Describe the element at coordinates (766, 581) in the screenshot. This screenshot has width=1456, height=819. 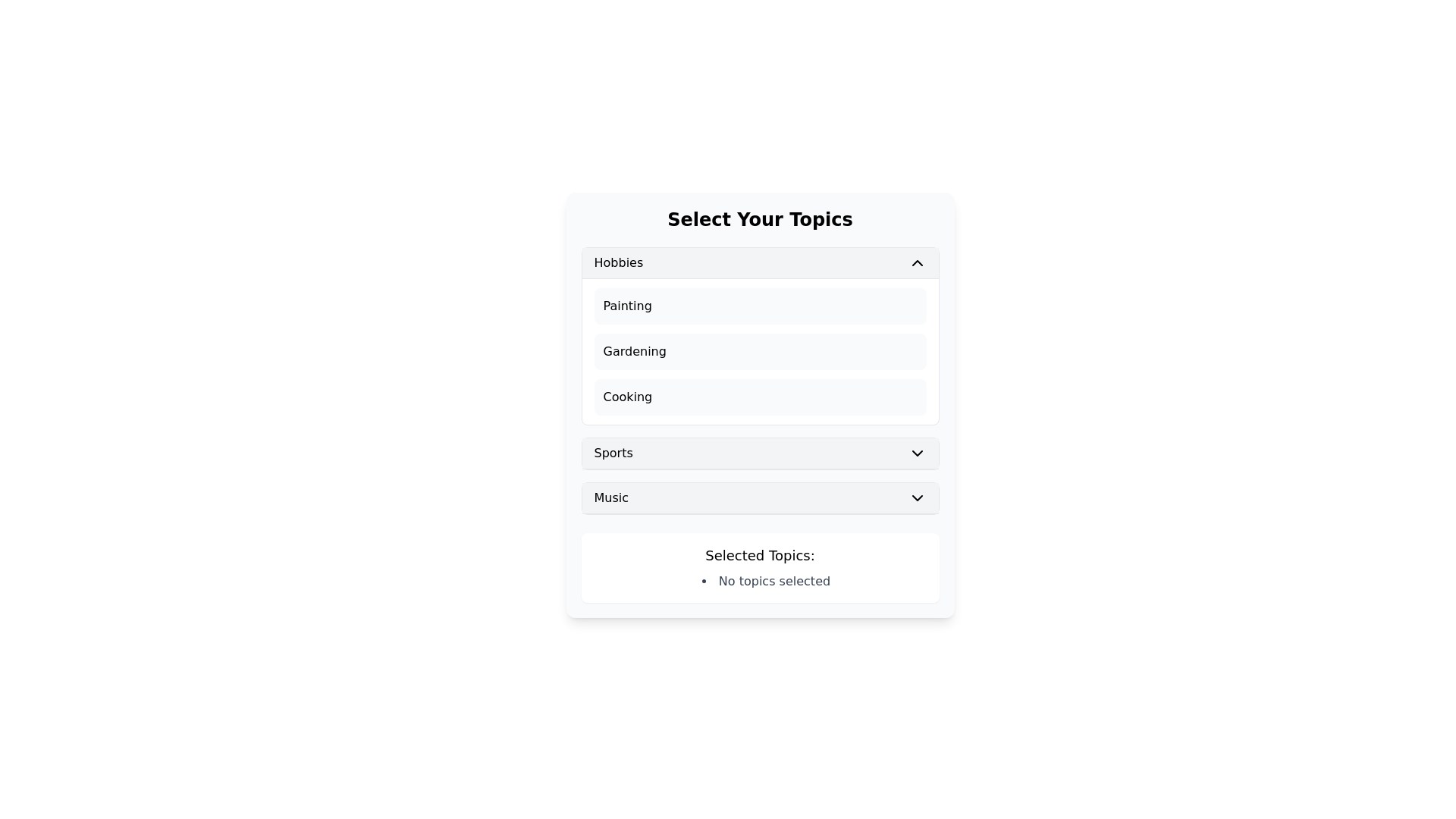
I see `the static textual indicator displaying 'No topics selected' with a gray font under the 'Selected Topics:' label` at that location.